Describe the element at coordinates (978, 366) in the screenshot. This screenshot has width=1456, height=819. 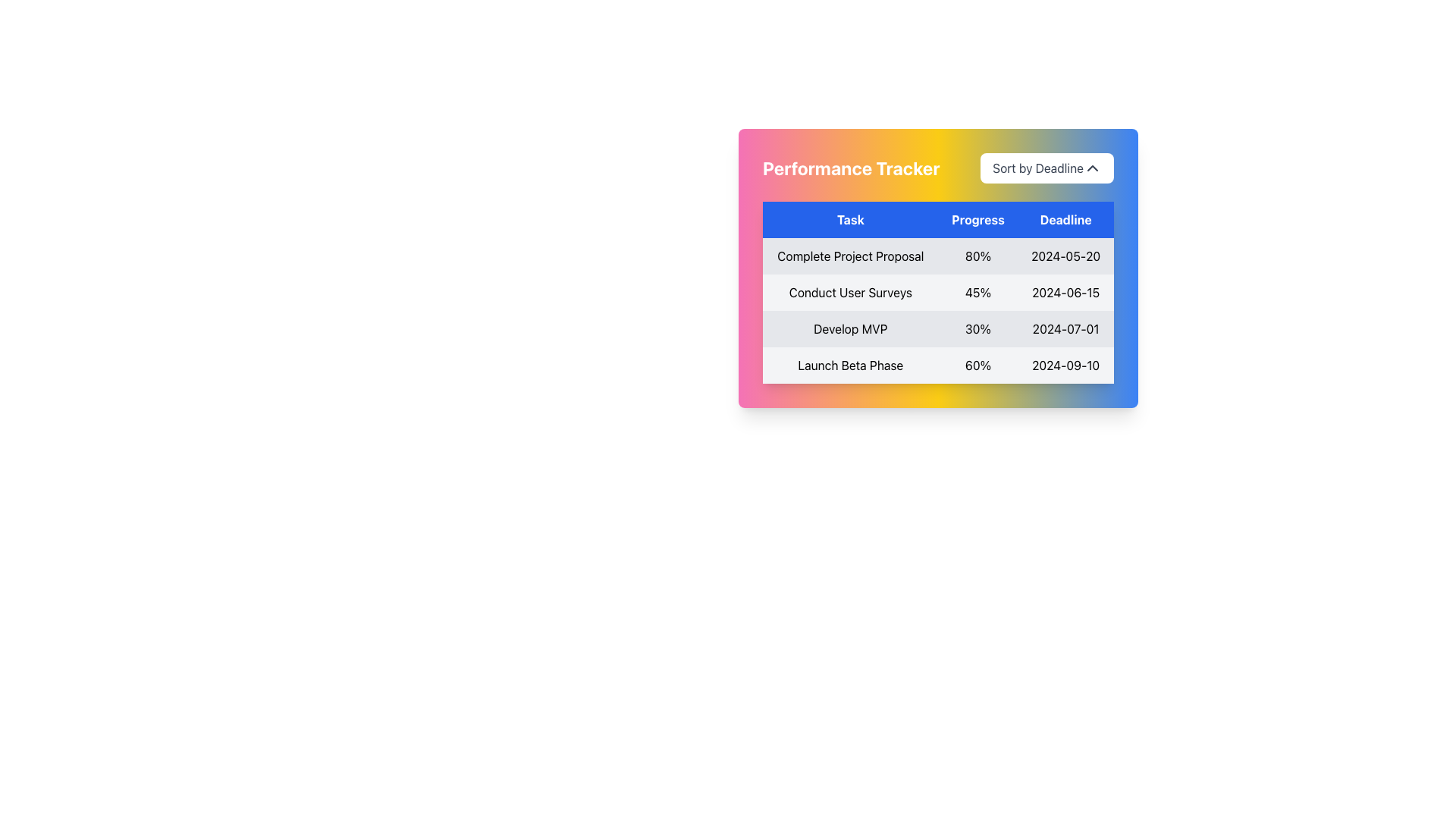
I see `the text label displaying the progress percentage of the task 'Launch Beta Phase' located in the second column of the last row of the table within the 'Performance Tracker' card` at that location.